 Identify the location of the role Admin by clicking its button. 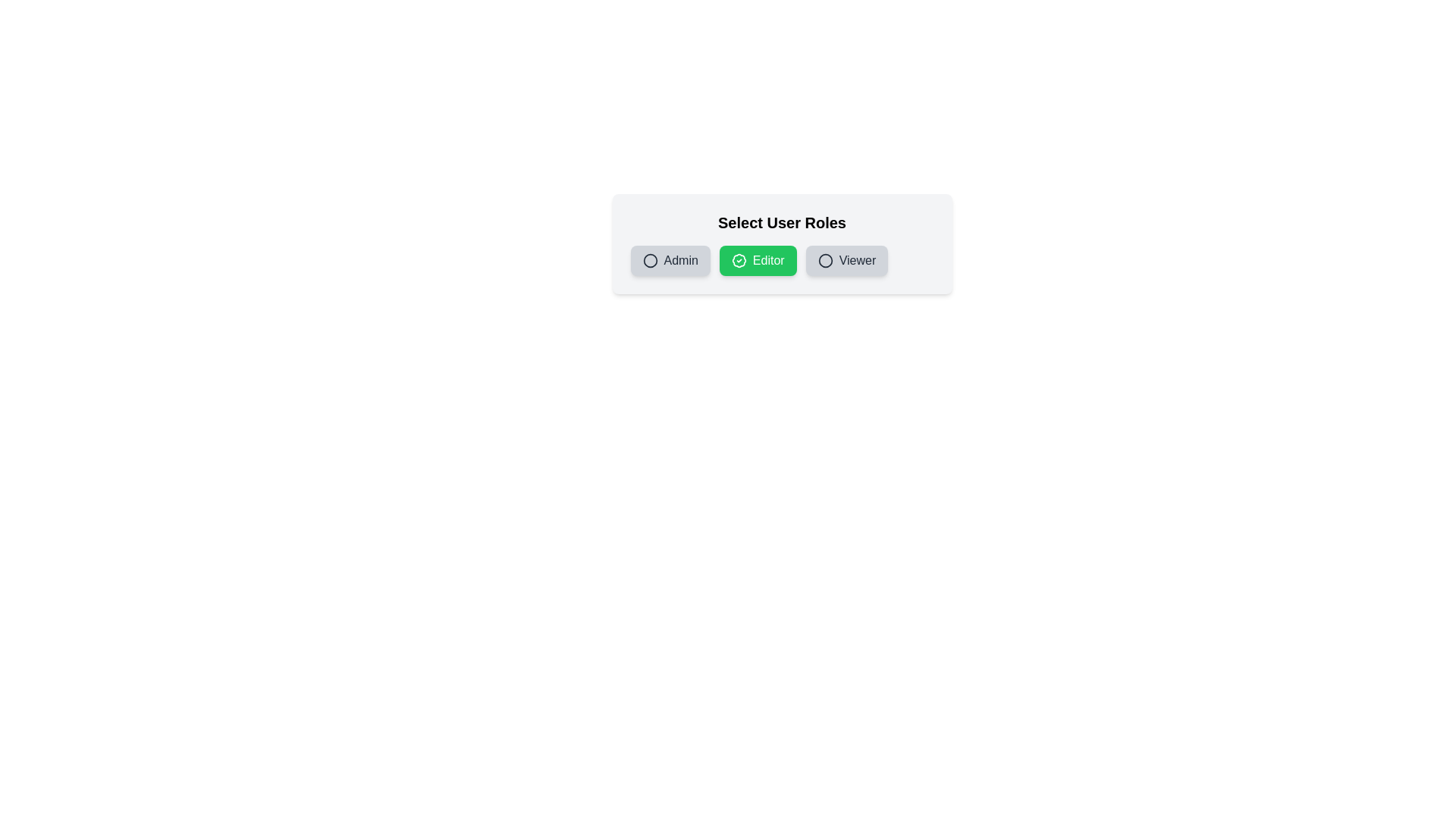
(670, 259).